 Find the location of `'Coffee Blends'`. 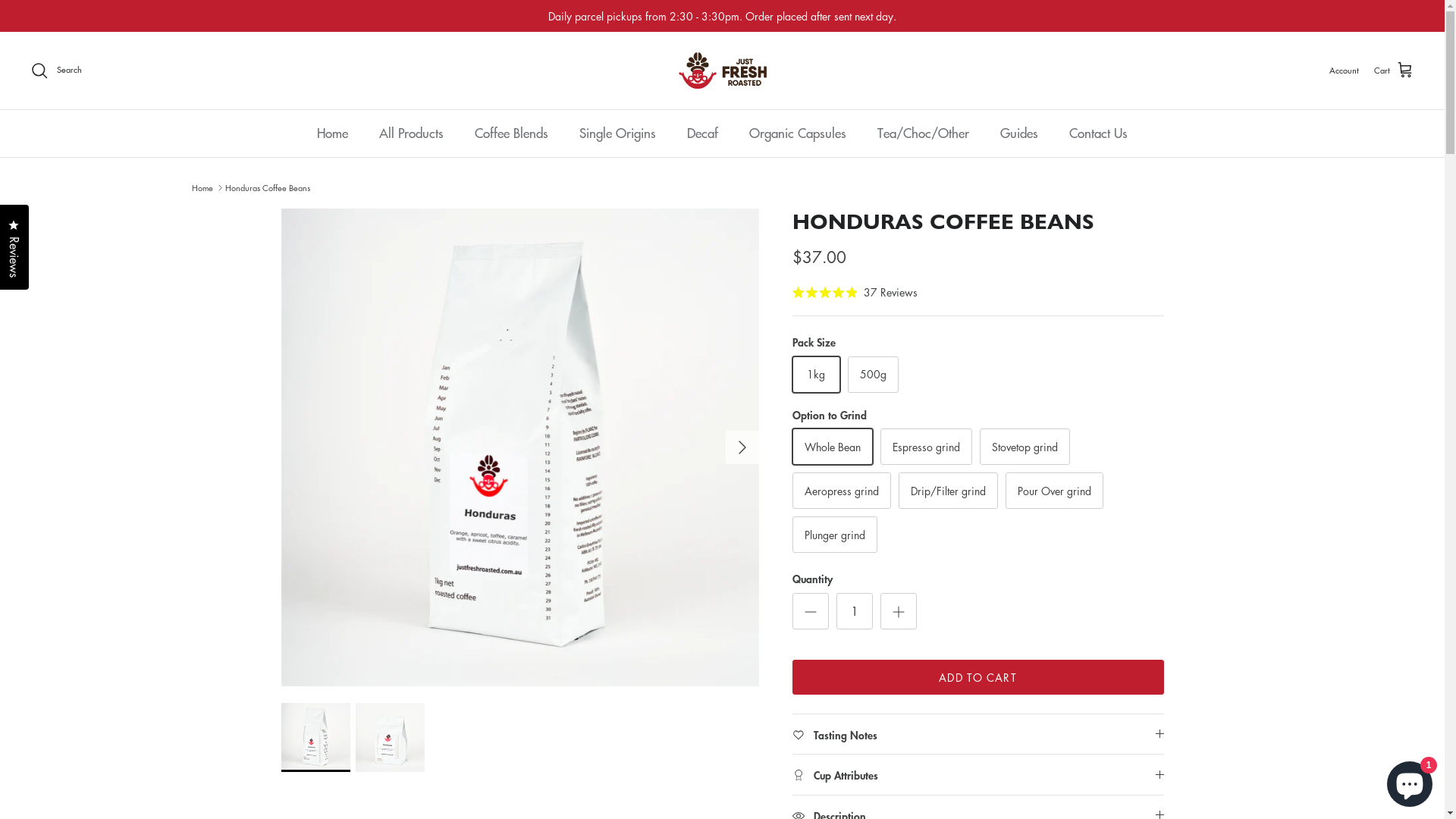

'Coffee Blends' is located at coordinates (460, 133).